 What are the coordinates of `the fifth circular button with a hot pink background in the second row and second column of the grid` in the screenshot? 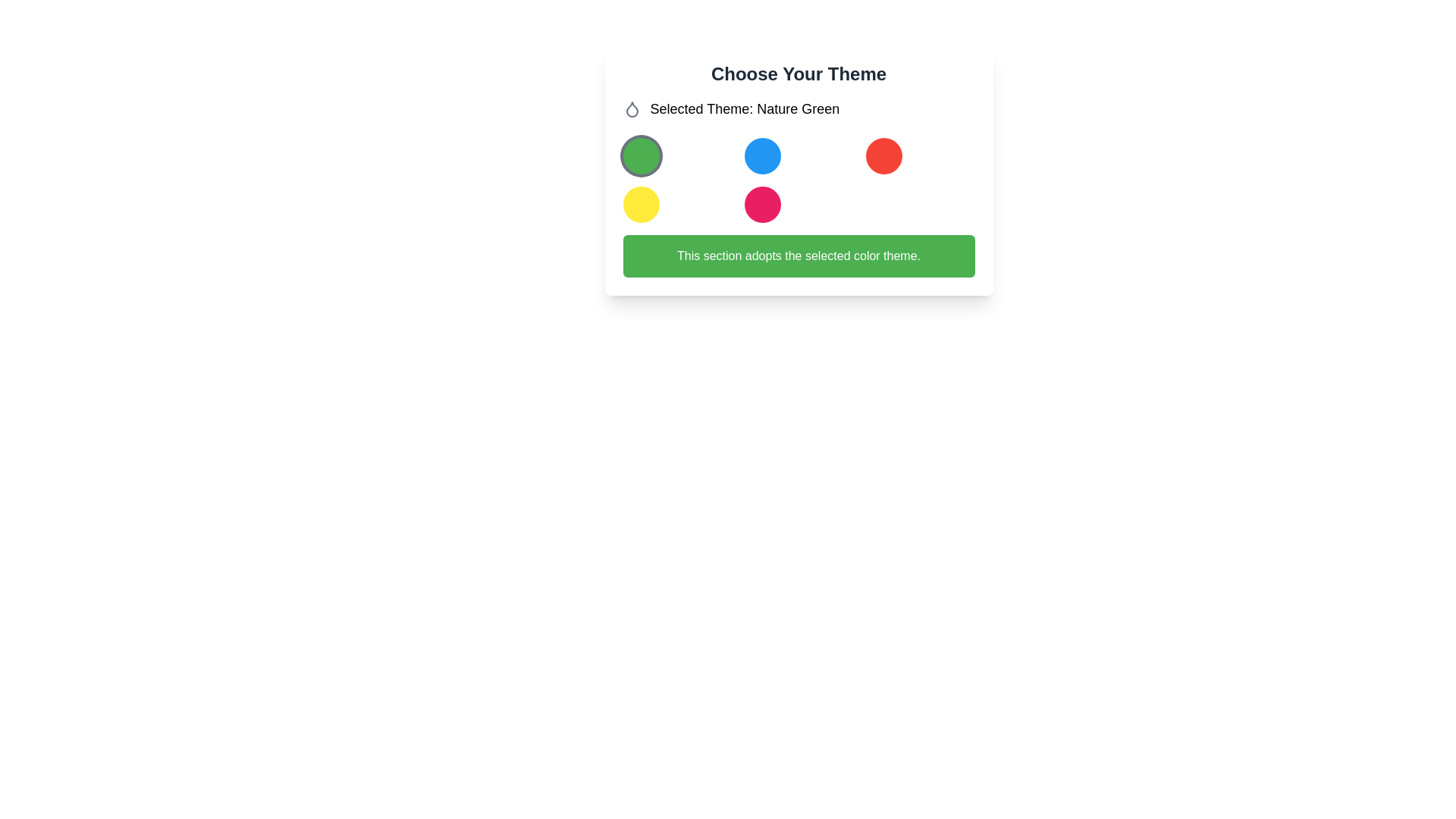 It's located at (762, 205).